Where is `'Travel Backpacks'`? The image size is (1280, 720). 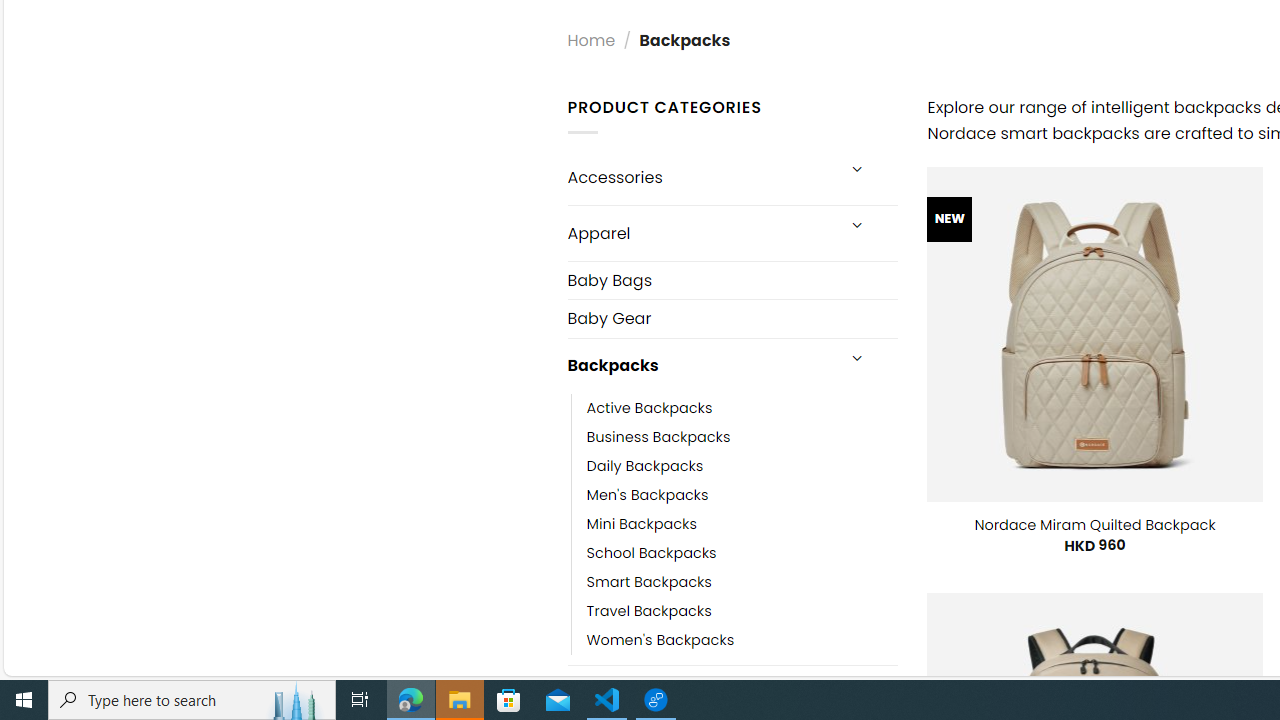
'Travel Backpacks' is located at coordinates (648, 609).